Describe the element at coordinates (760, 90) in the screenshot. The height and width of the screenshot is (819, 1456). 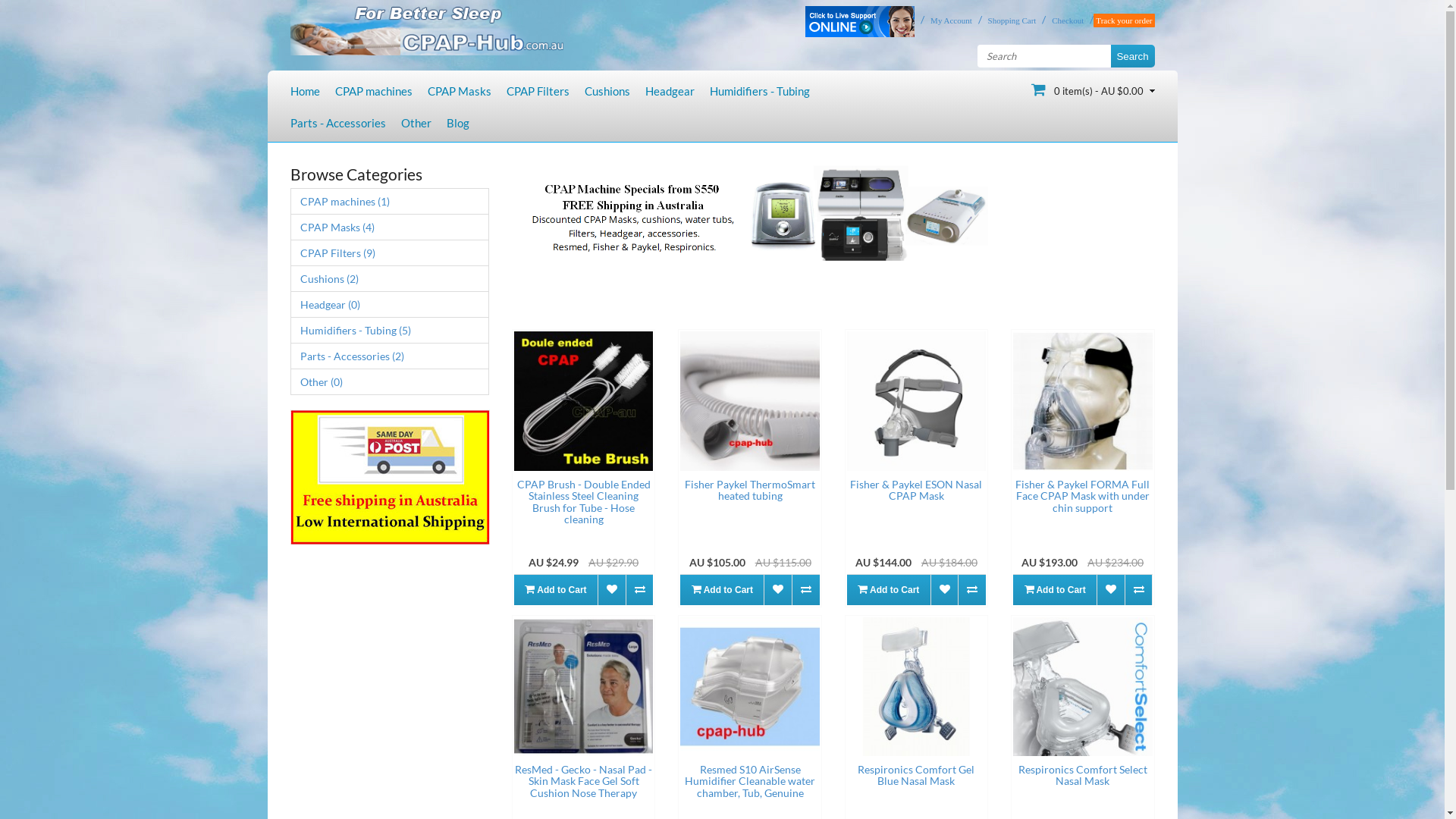
I see `'Humidifiers - Tubing'` at that location.